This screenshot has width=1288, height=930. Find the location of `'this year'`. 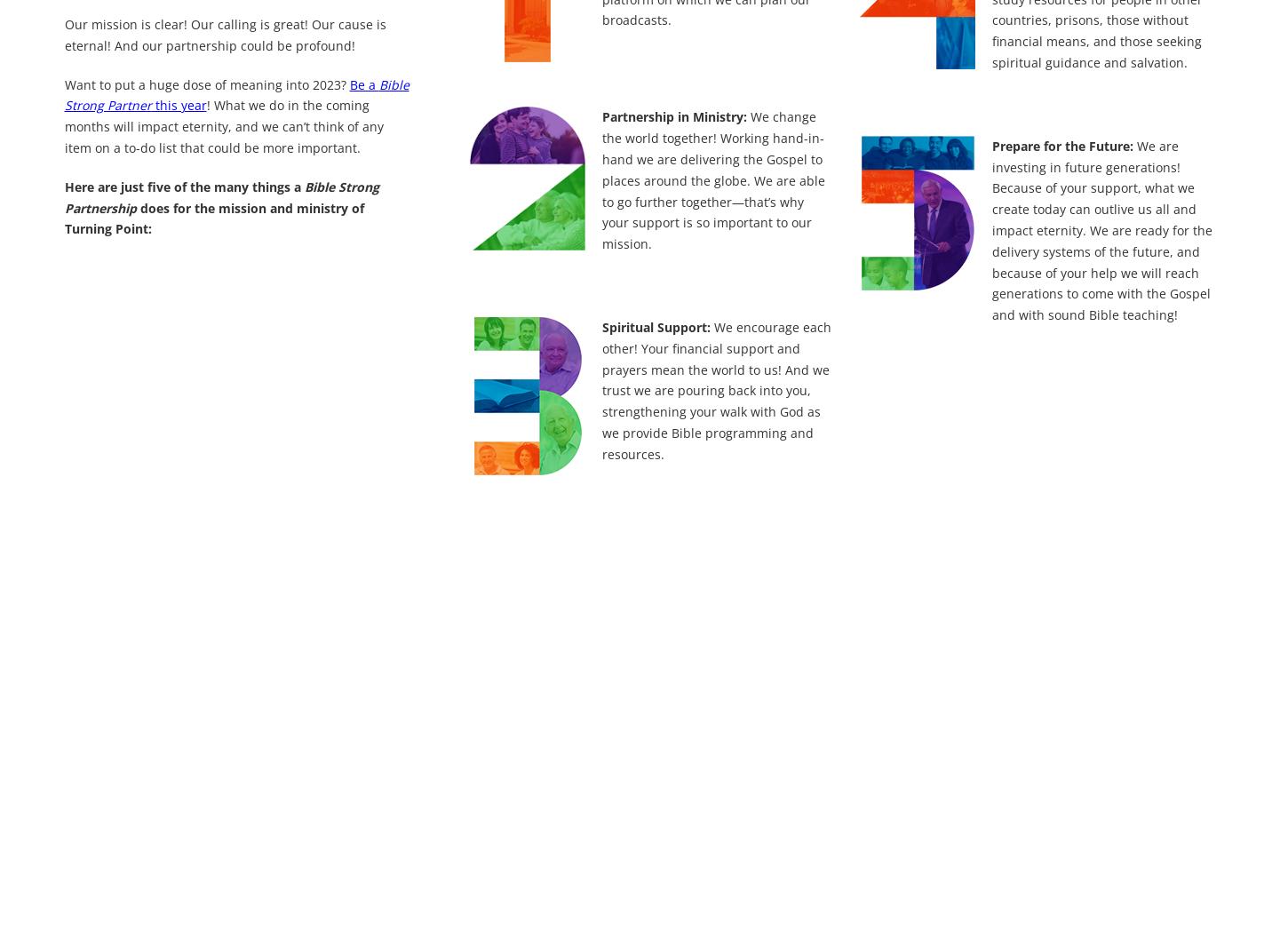

'this year' is located at coordinates (177, 104).